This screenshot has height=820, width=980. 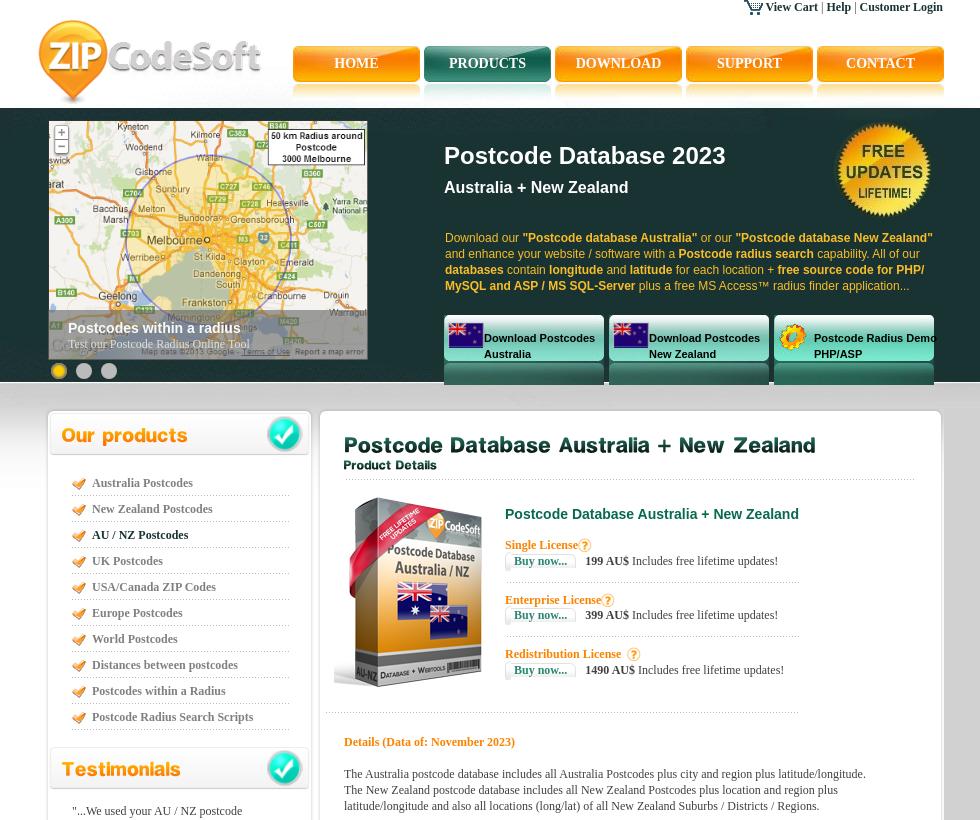 I want to click on 'View Cart', so click(x=762, y=5).